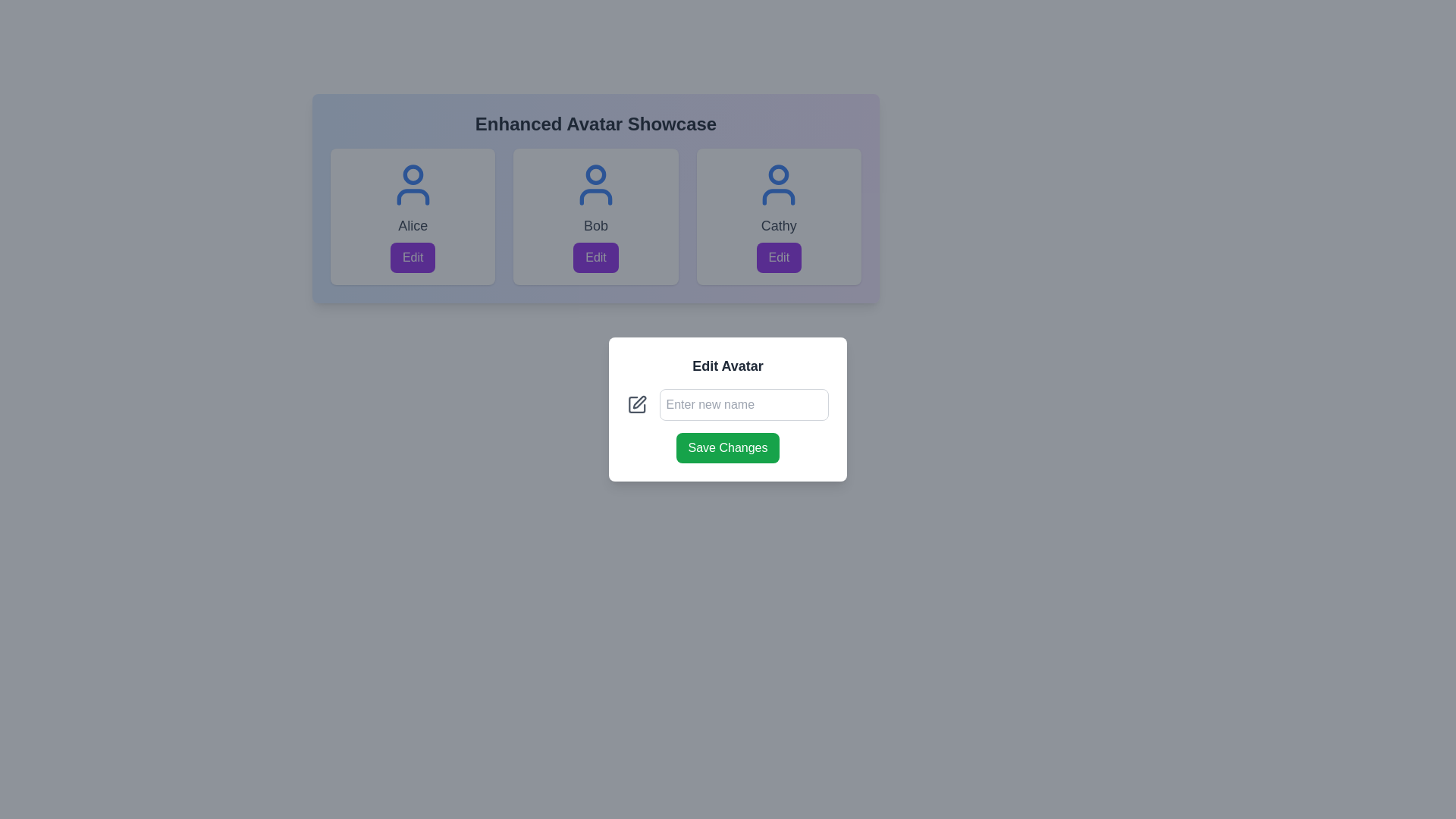 The width and height of the screenshot is (1456, 819). Describe the element at coordinates (595, 198) in the screenshot. I see `the entire section element with a gradient background containing the title 'Enhanced Avatar Showcase' and user cards` at that location.